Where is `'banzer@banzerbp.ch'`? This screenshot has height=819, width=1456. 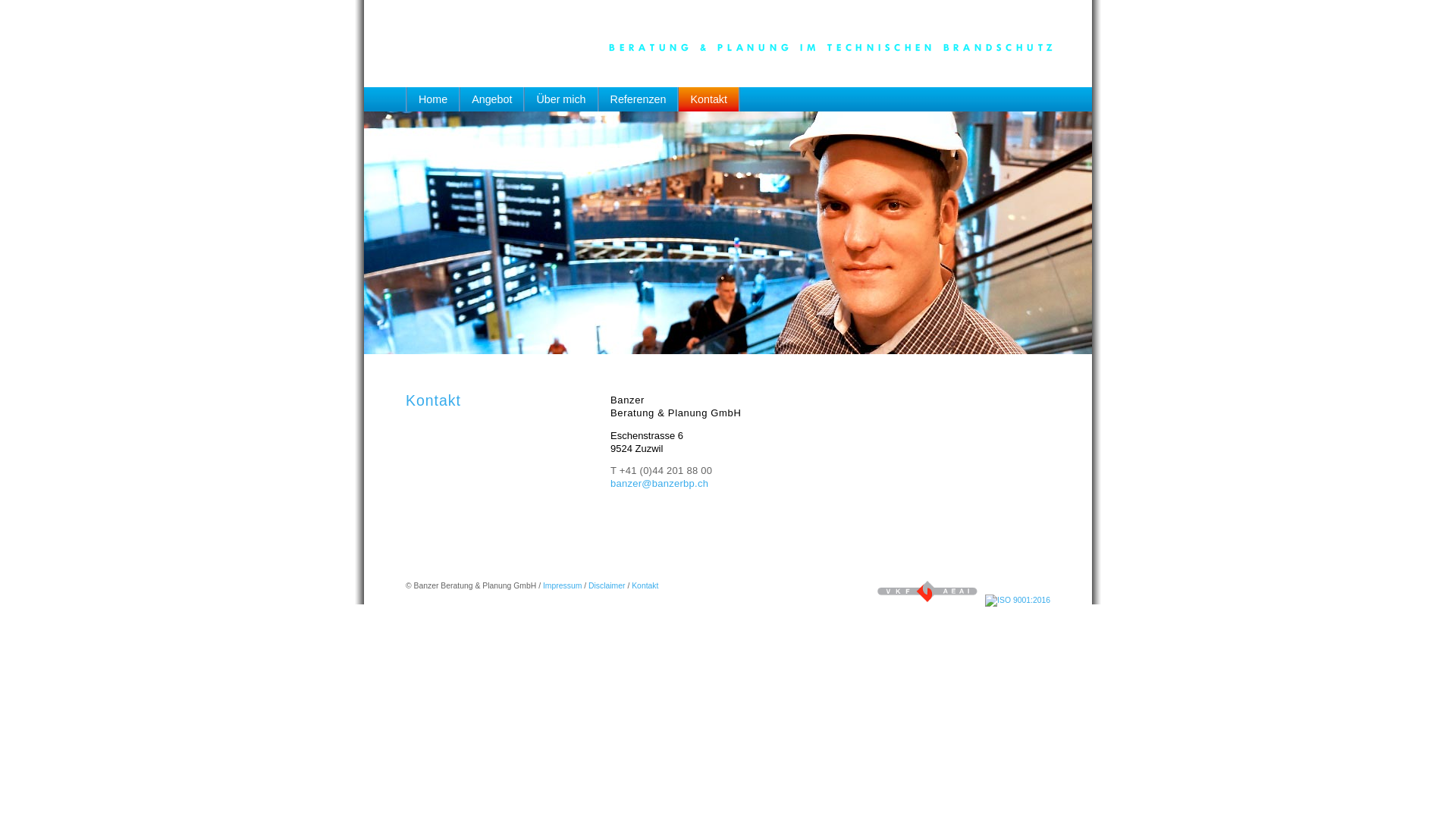
'banzer@banzerbp.ch' is located at coordinates (659, 483).